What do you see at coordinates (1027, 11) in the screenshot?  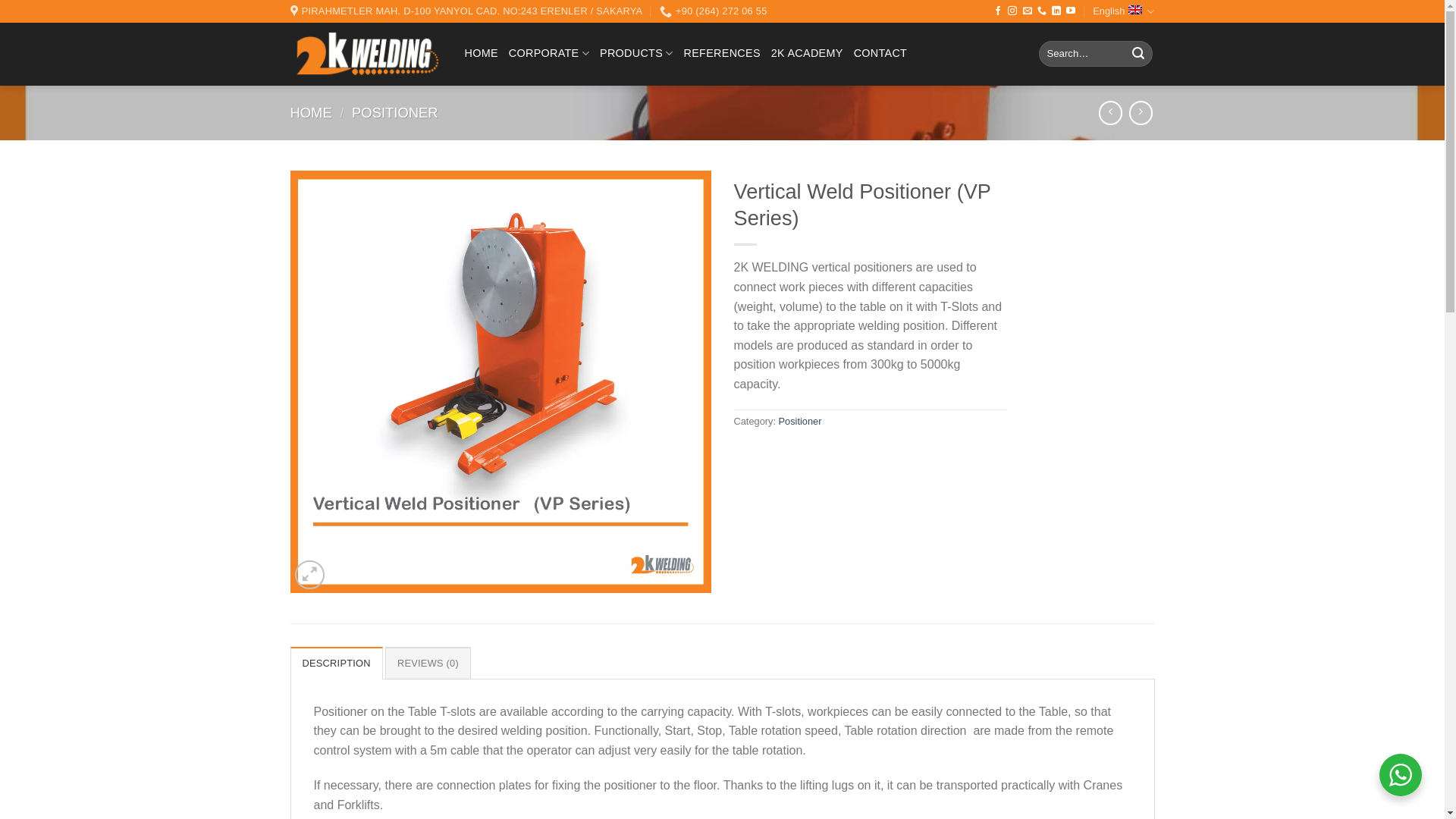 I see `'Send us an email'` at bounding box center [1027, 11].